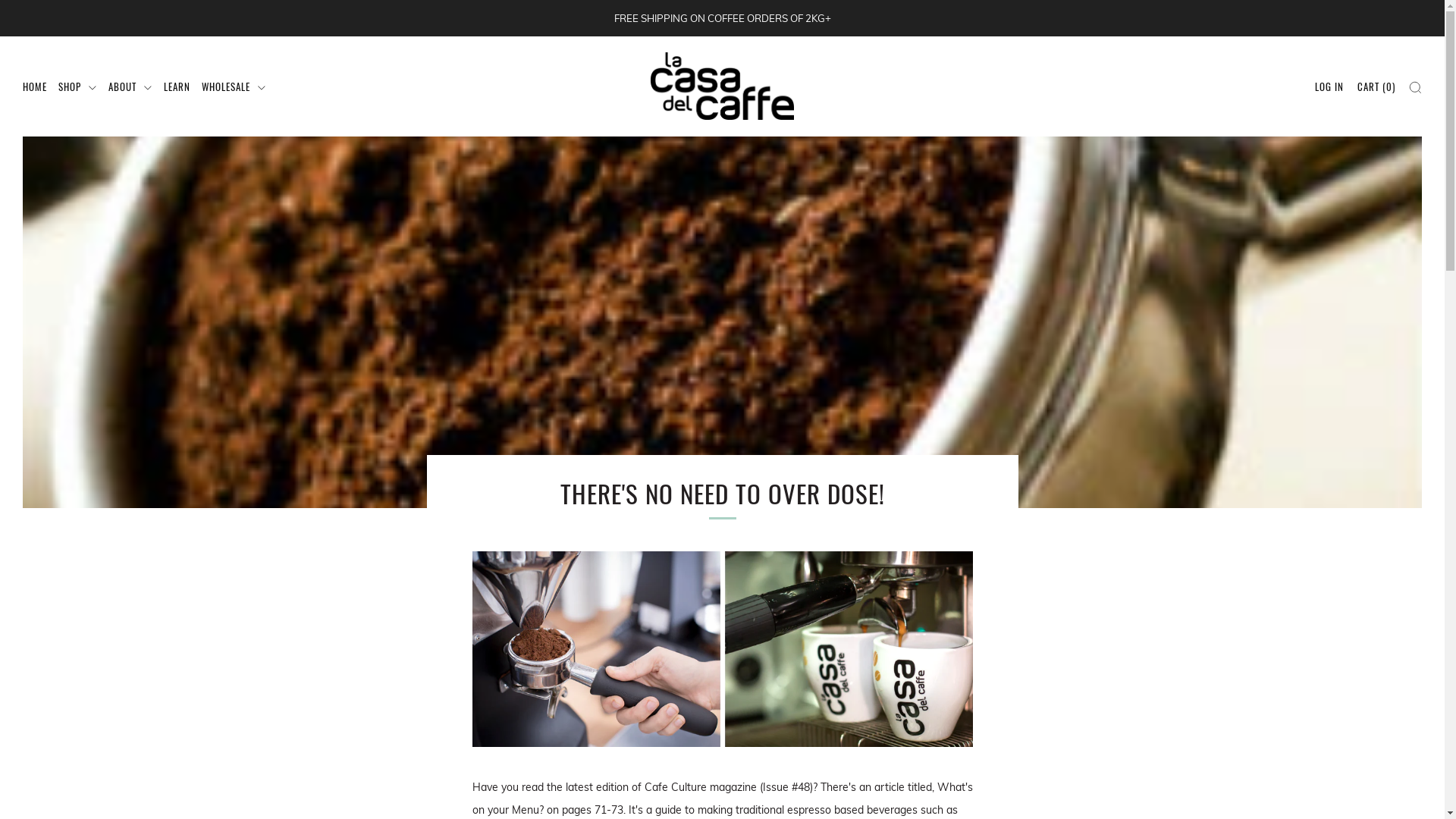 This screenshot has width=1456, height=819. Describe the element at coordinates (108, 86) in the screenshot. I see `'ABOUT'` at that location.